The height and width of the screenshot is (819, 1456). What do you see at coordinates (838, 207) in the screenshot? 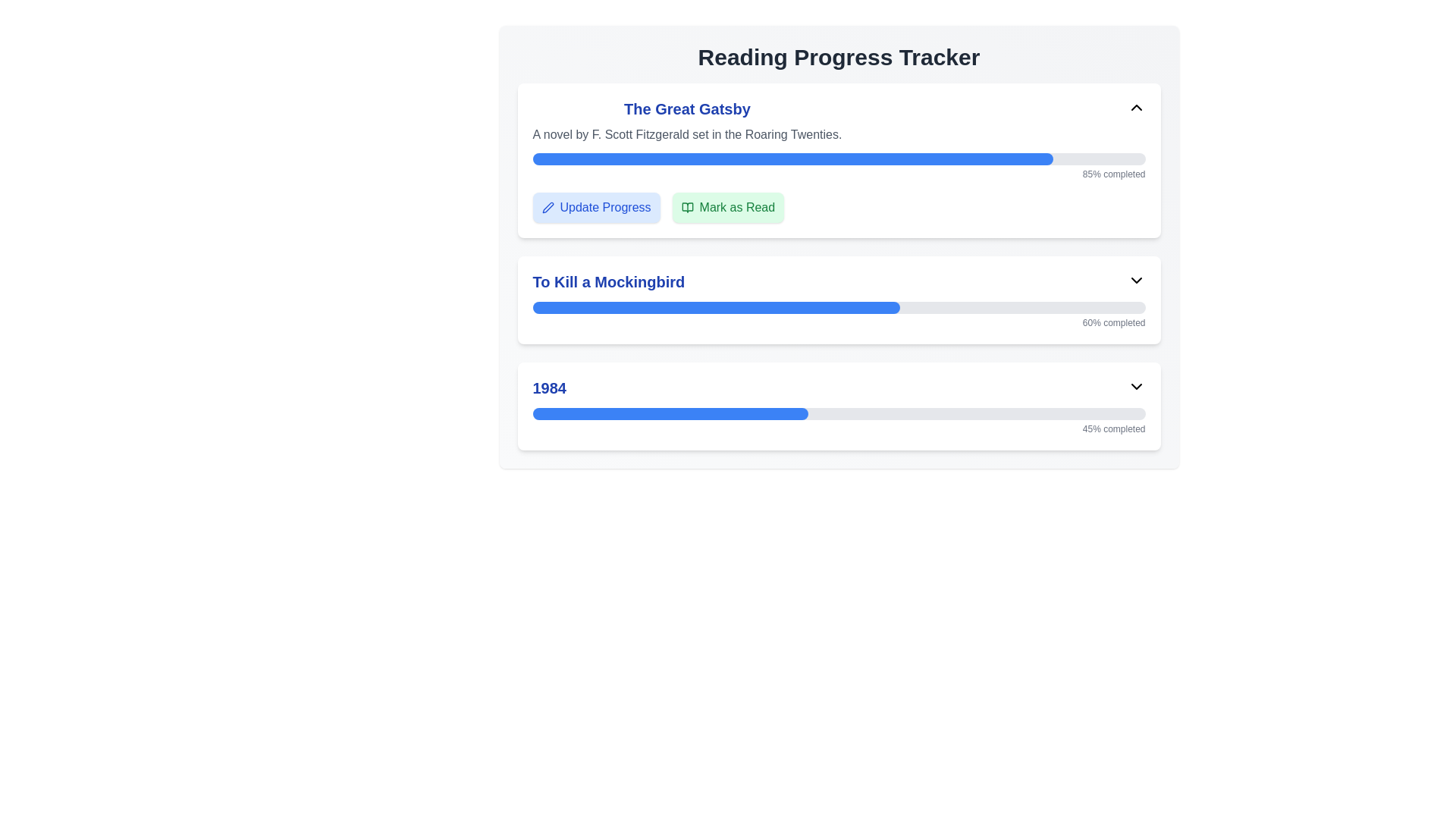
I see `the Button Group composed of two buttons labeled 'Update Progress' and 'Mark as Read' located below the progress bar for the book 'The Great Gatsby'` at bounding box center [838, 207].